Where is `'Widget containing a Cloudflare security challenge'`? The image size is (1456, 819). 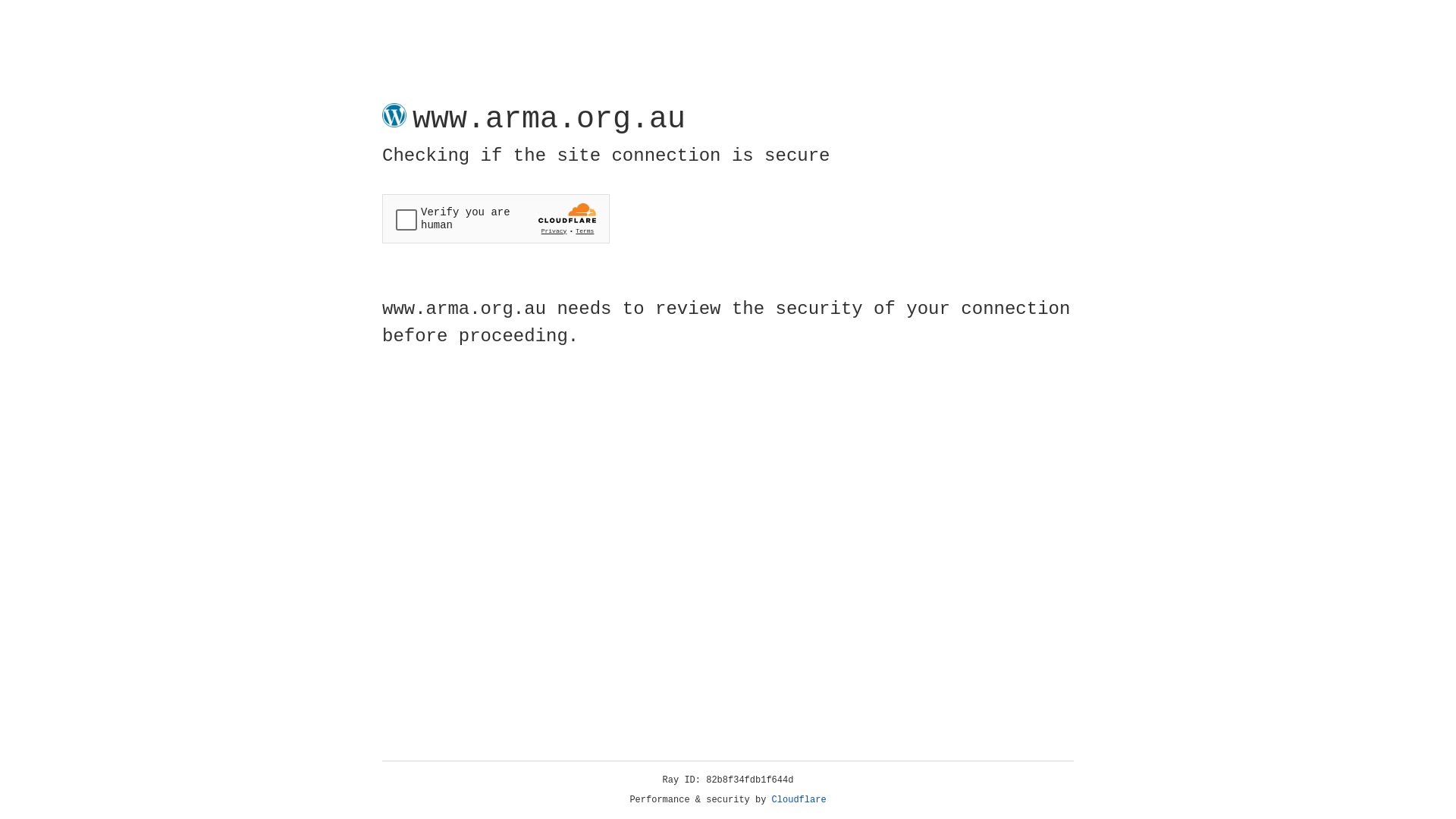 'Widget containing a Cloudflare security challenge' is located at coordinates (495, 218).